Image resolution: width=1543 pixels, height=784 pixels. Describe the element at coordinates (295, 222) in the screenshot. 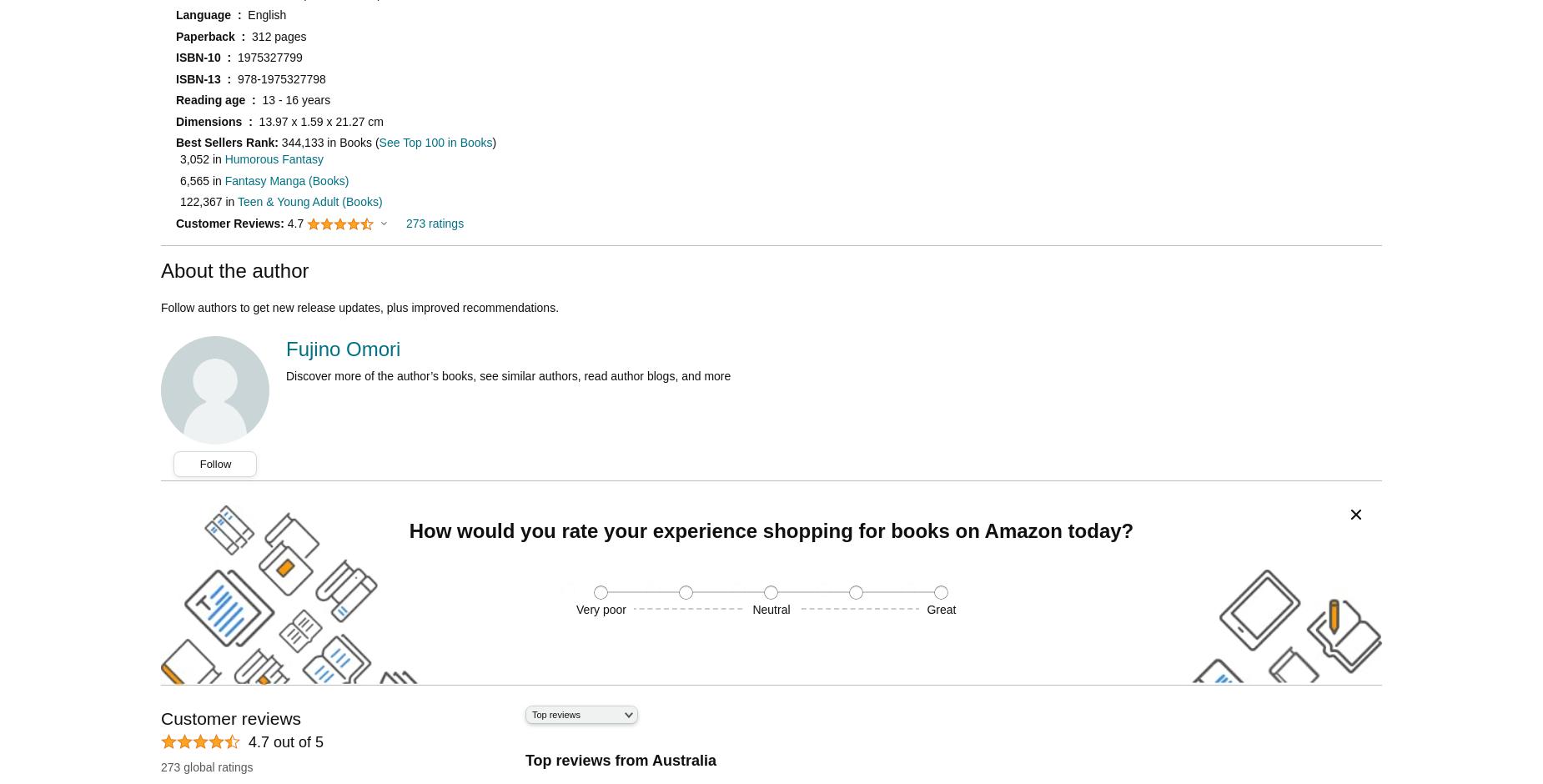

I see `'4.7'` at that location.